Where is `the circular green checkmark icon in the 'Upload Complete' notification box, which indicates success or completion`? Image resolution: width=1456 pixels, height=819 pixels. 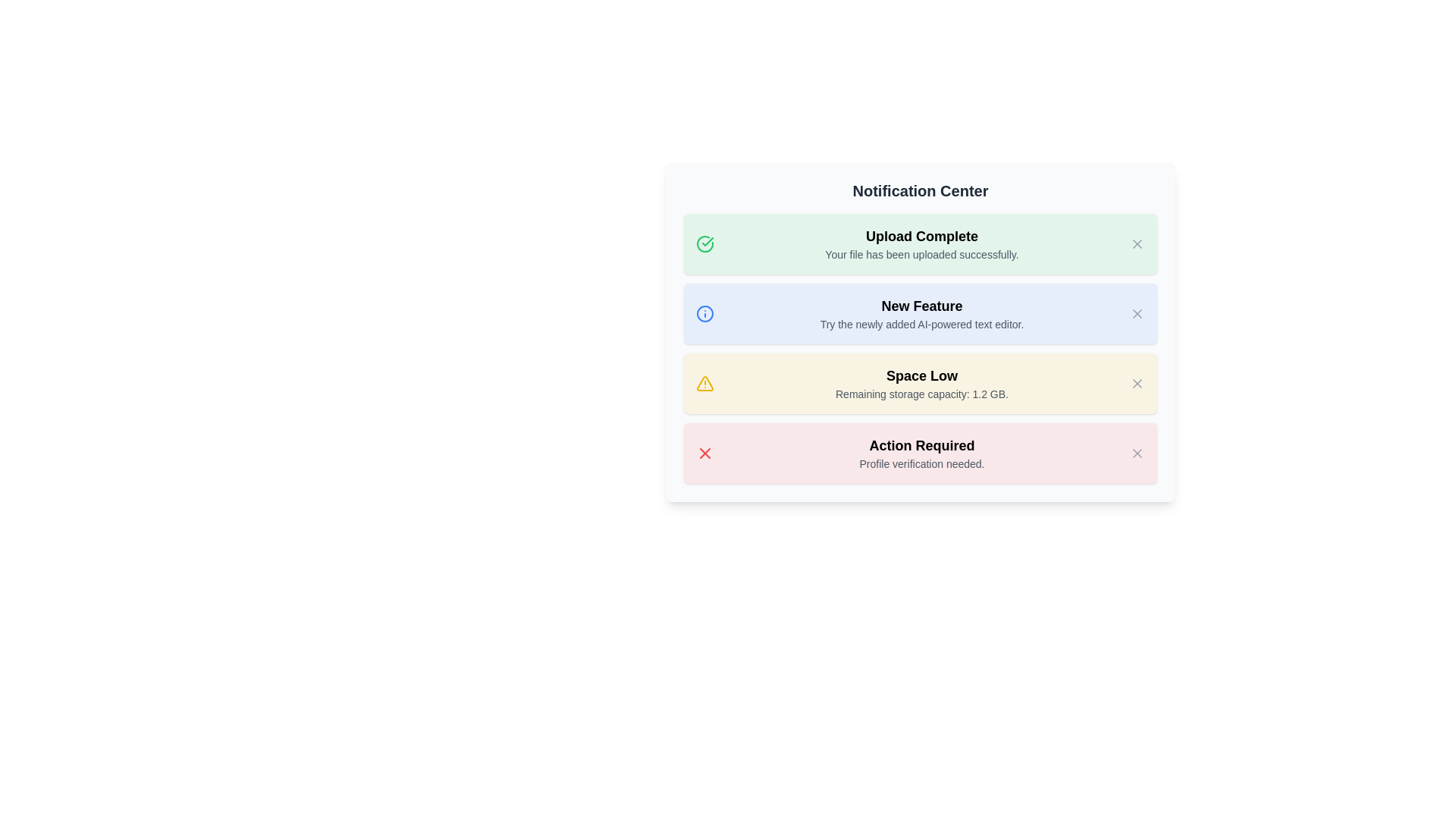
the circular green checkmark icon in the 'Upload Complete' notification box, which indicates success or completion is located at coordinates (704, 243).